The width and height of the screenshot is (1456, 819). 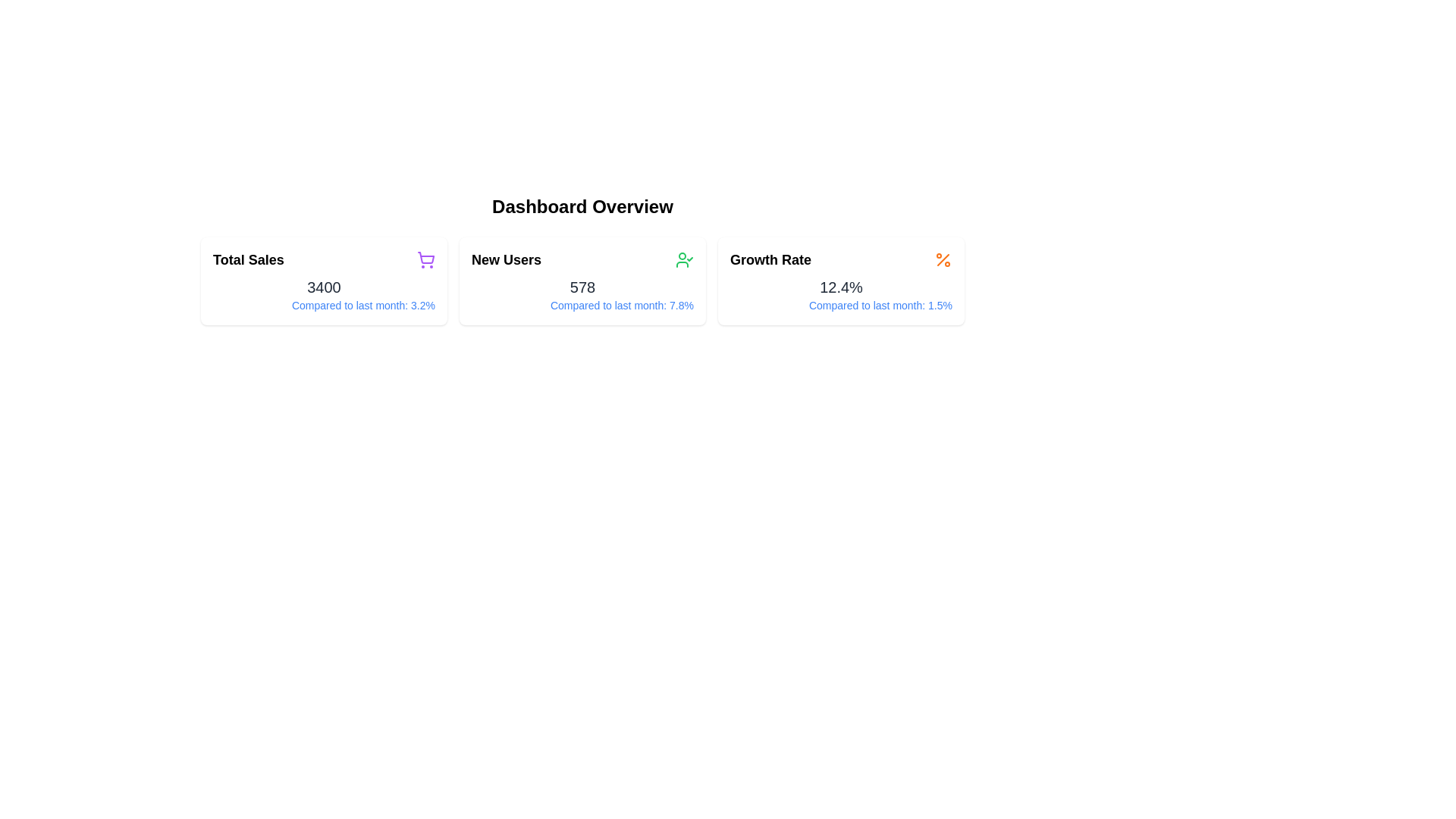 I want to click on the text snippet displaying 'Compared to last month: 7.8%' located in the bottom-right section of the 'New Users' card, so click(x=582, y=305).